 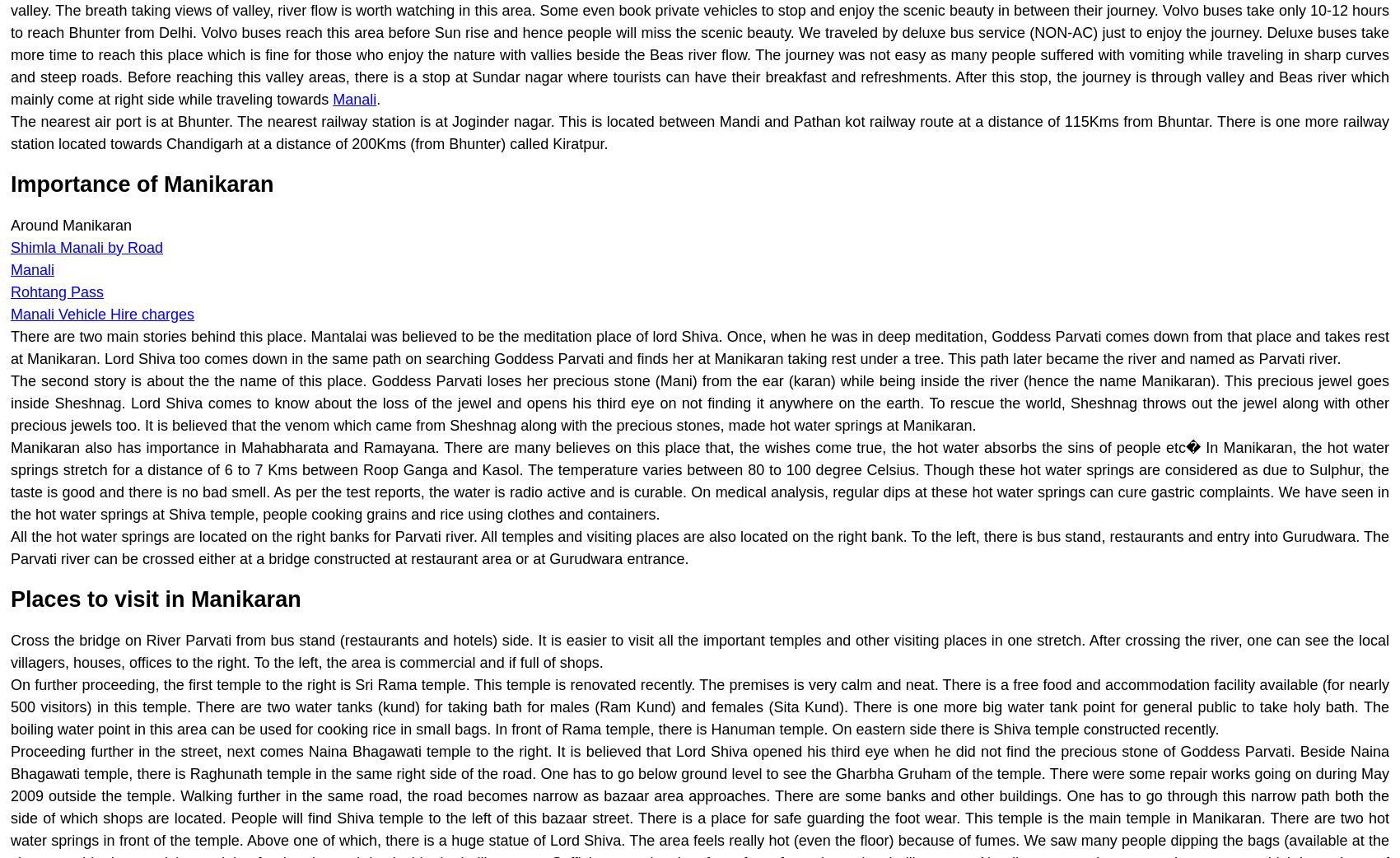 What do you see at coordinates (57, 290) in the screenshot?
I see `'Rohtang Pass'` at bounding box center [57, 290].